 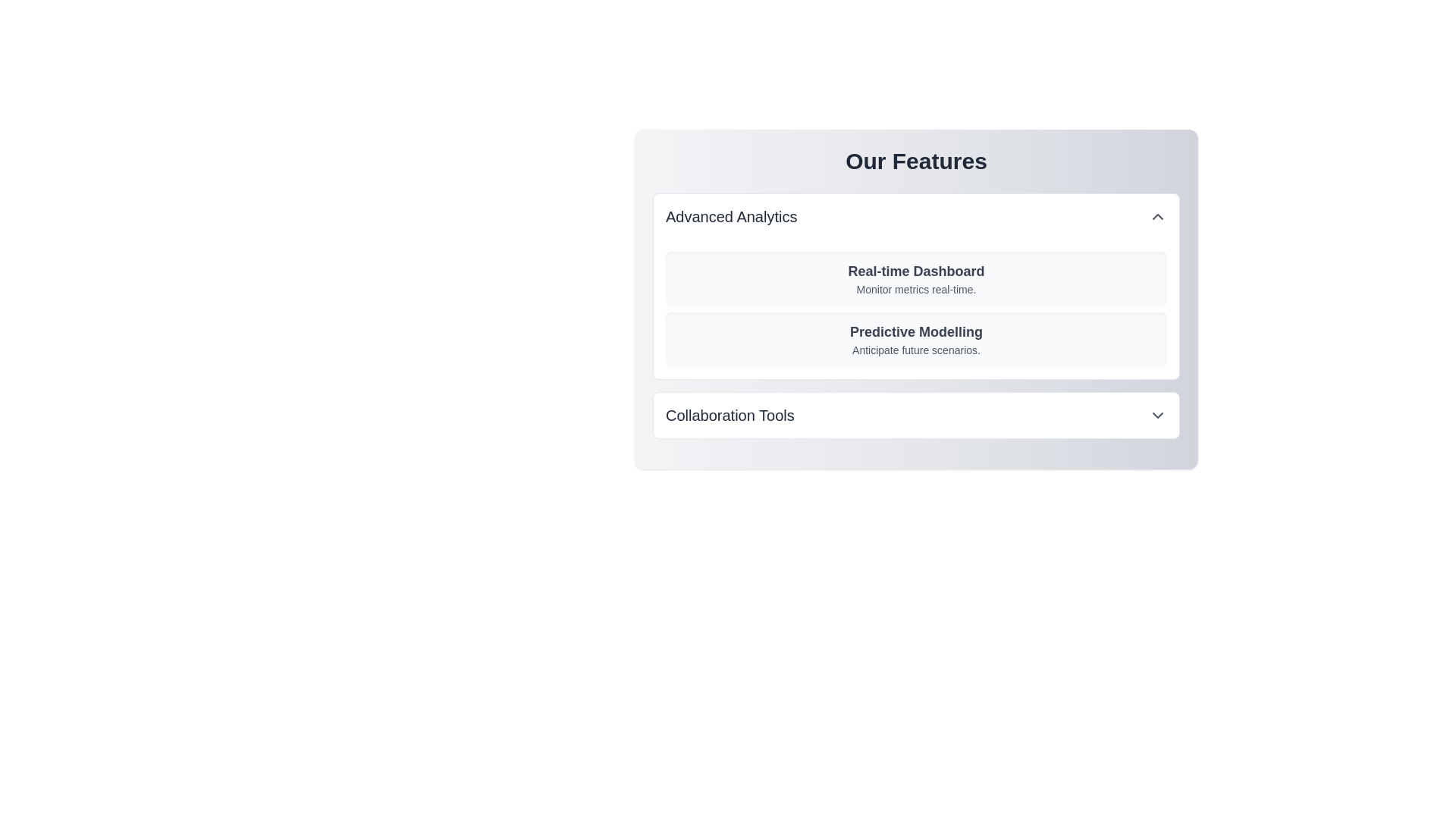 I want to click on the text label that displays 'Real-time Dashboard', which is a prominently styled gray text label located within the 'Advanced Analytics' section, so click(x=915, y=271).